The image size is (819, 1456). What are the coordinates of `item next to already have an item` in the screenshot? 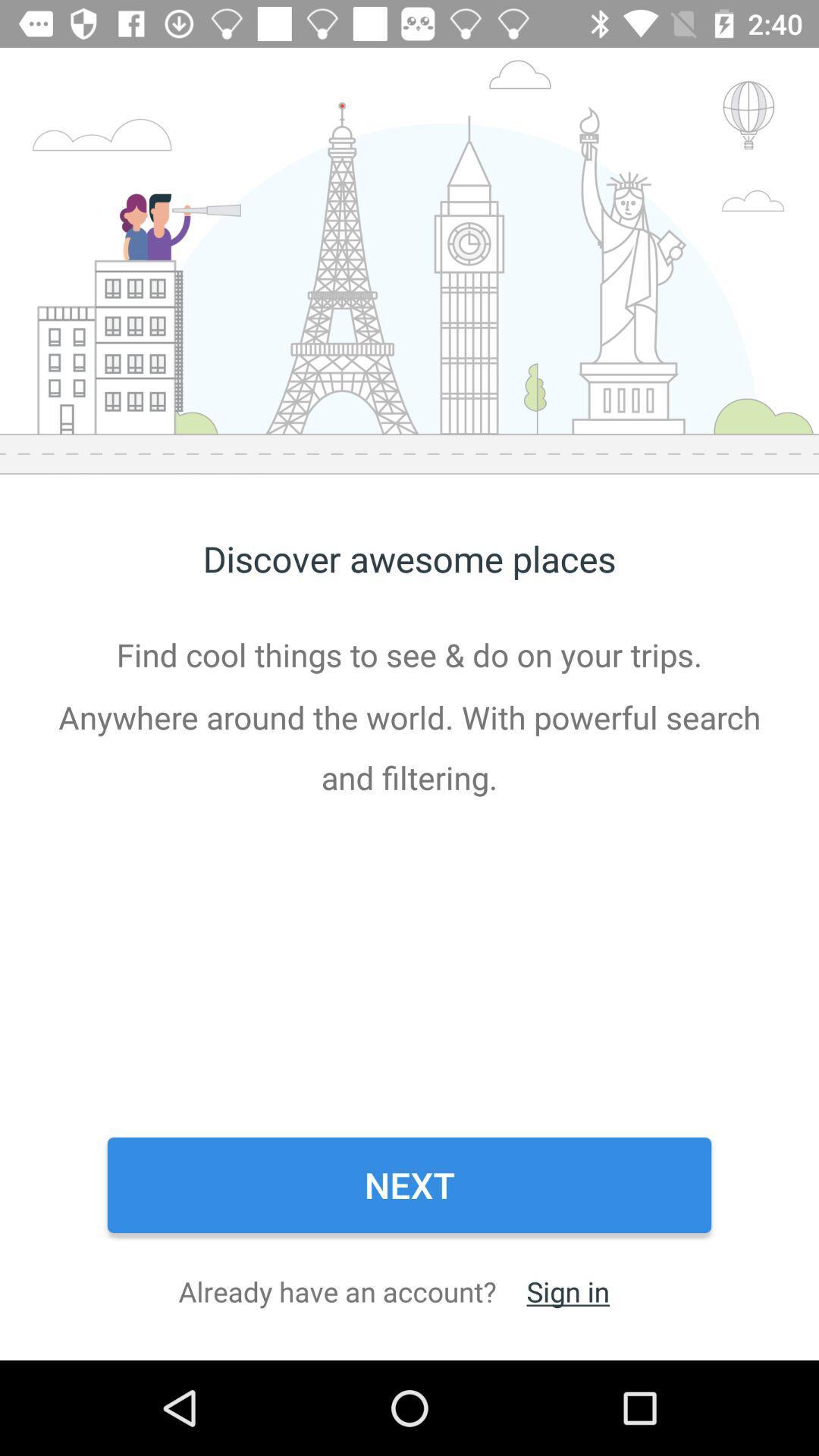 It's located at (568, 1291).